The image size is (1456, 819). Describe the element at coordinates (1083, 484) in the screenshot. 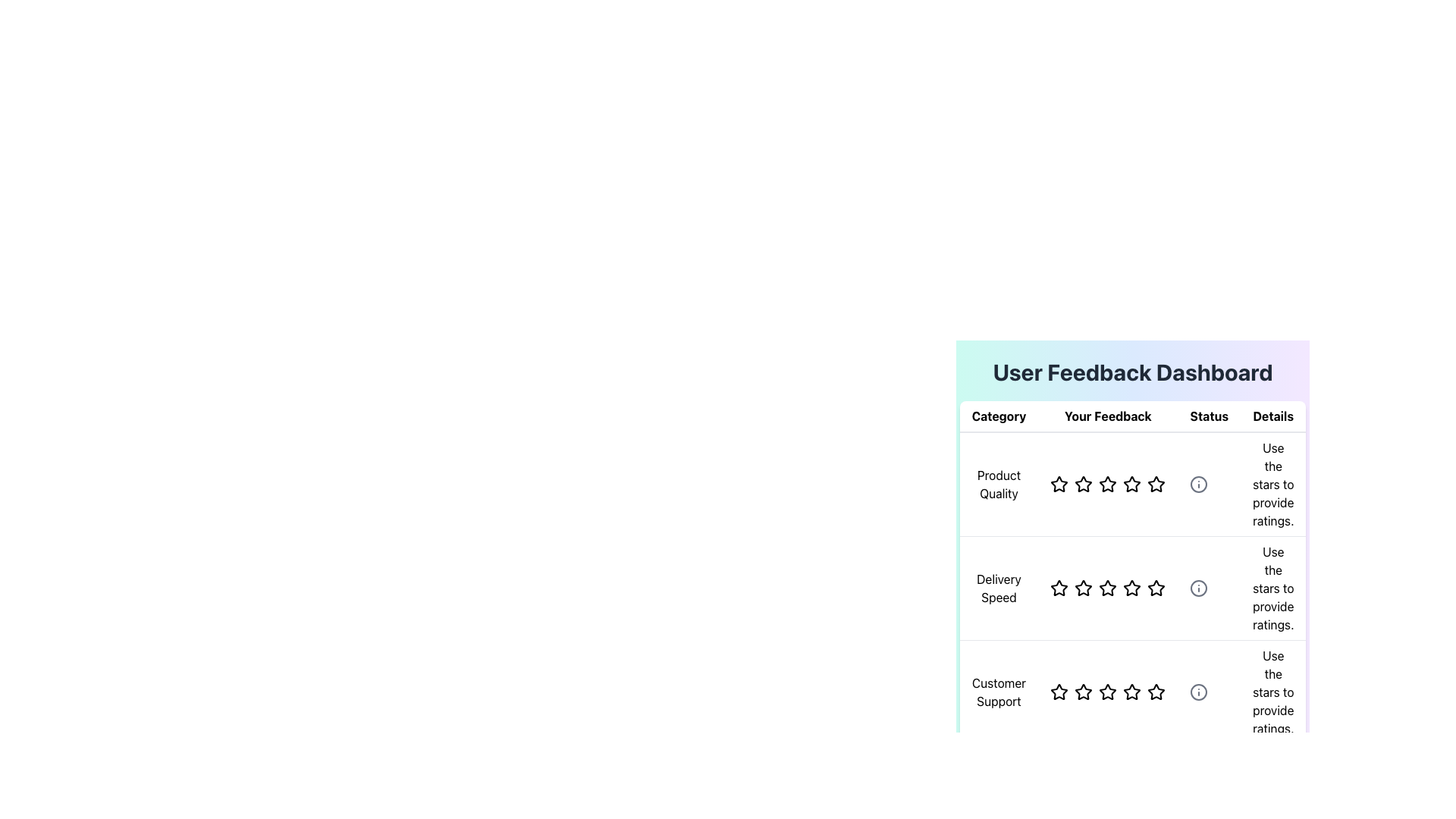

I see `the second star rating icon in the 'Your Feedback' column of the 'User Feedback Dashboard' table to rate 'Product Quality'` at that location.